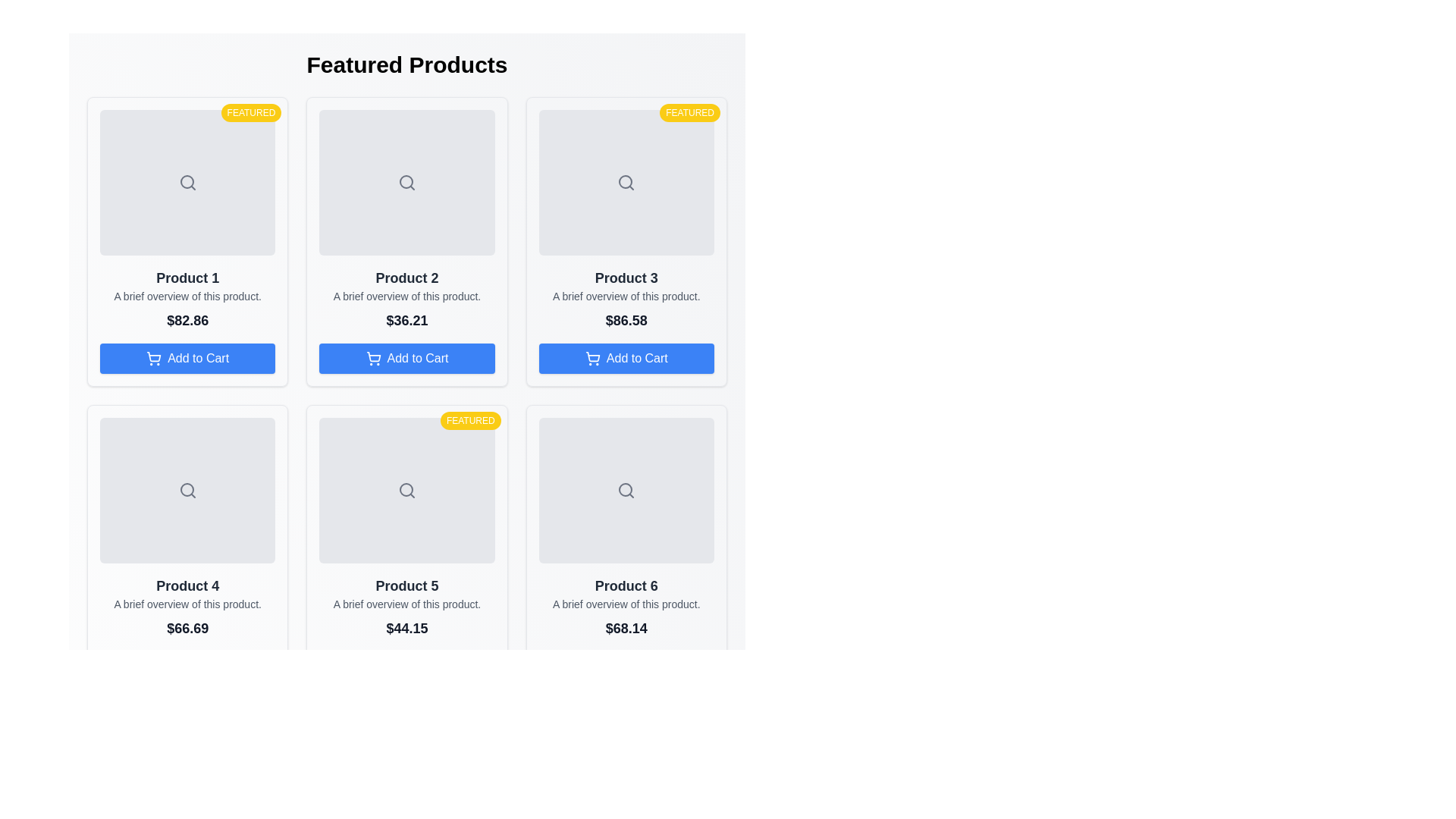 The height and width of the screenshot is (819, 1456). What do you see at coordinates (689, 112) in the screenshot?
I see `the yellow badge labeled 'FEATURED' located at the top-right corner of Product 3's card` at bounding box center [689, 112].